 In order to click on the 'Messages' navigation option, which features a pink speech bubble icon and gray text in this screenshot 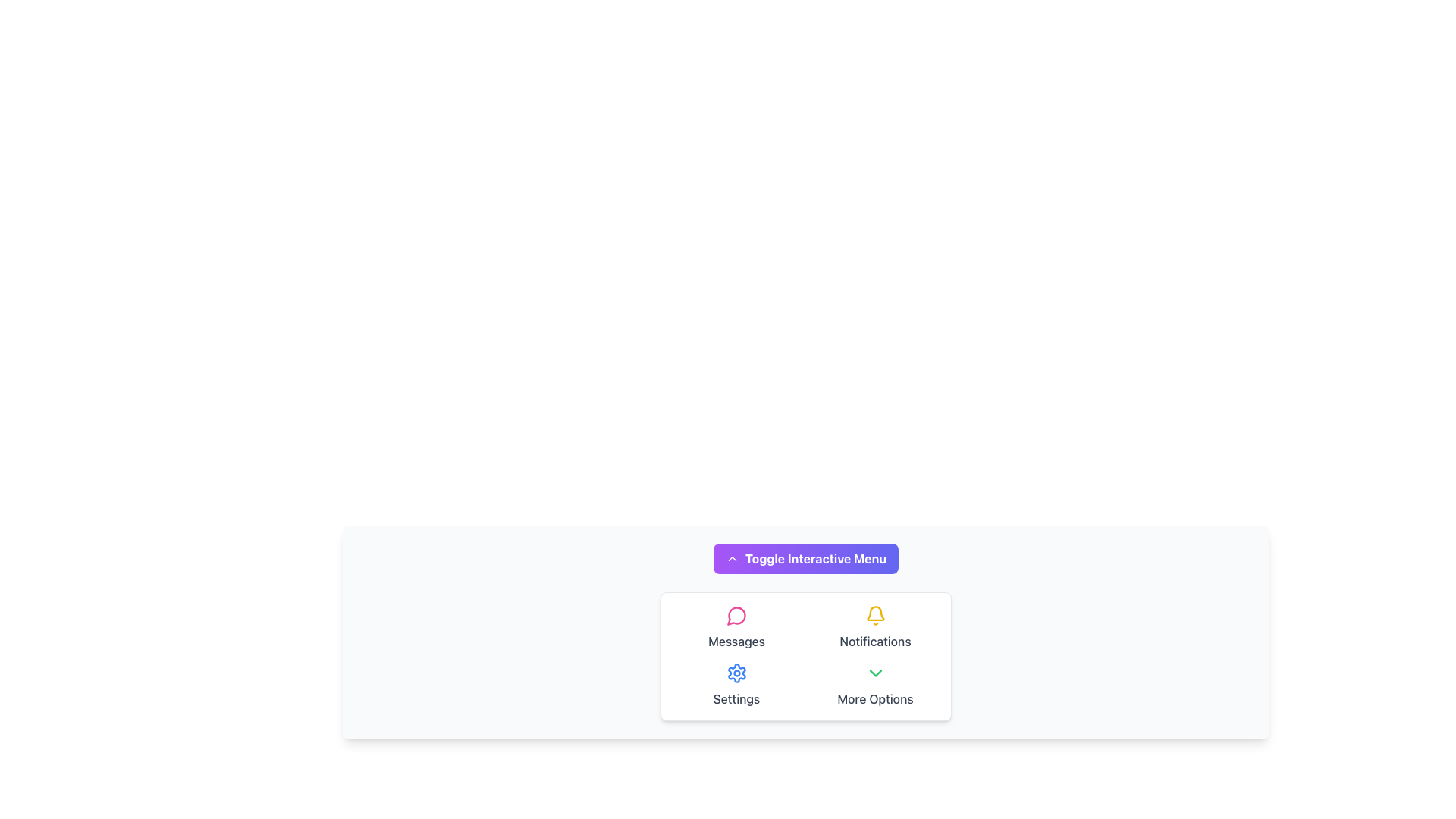, I will do `click(736, 628)`.